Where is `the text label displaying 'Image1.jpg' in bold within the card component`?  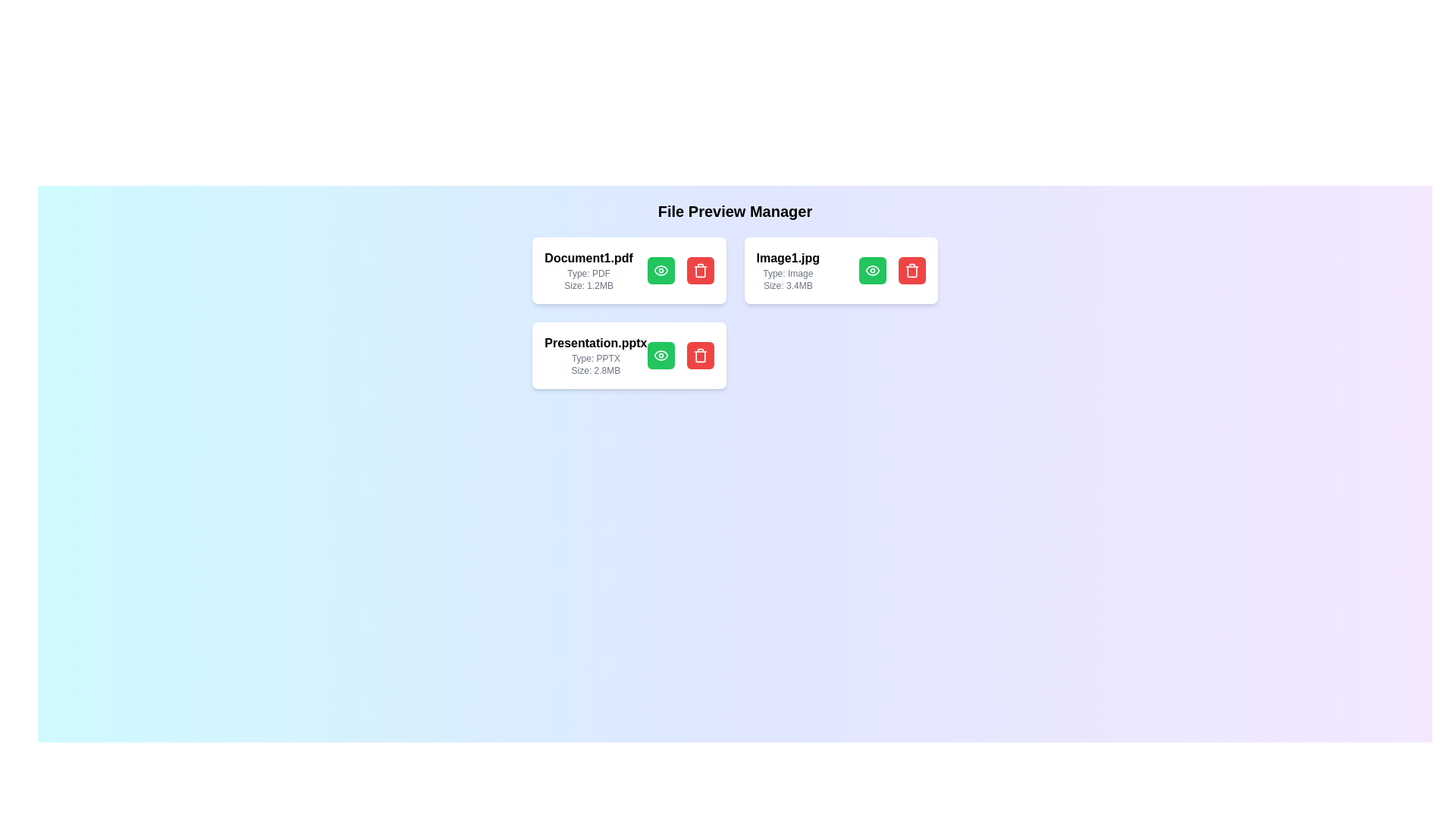 the text label displaying 'Image1.jpg' in bold within the card component is located at coordinates (788, 270).